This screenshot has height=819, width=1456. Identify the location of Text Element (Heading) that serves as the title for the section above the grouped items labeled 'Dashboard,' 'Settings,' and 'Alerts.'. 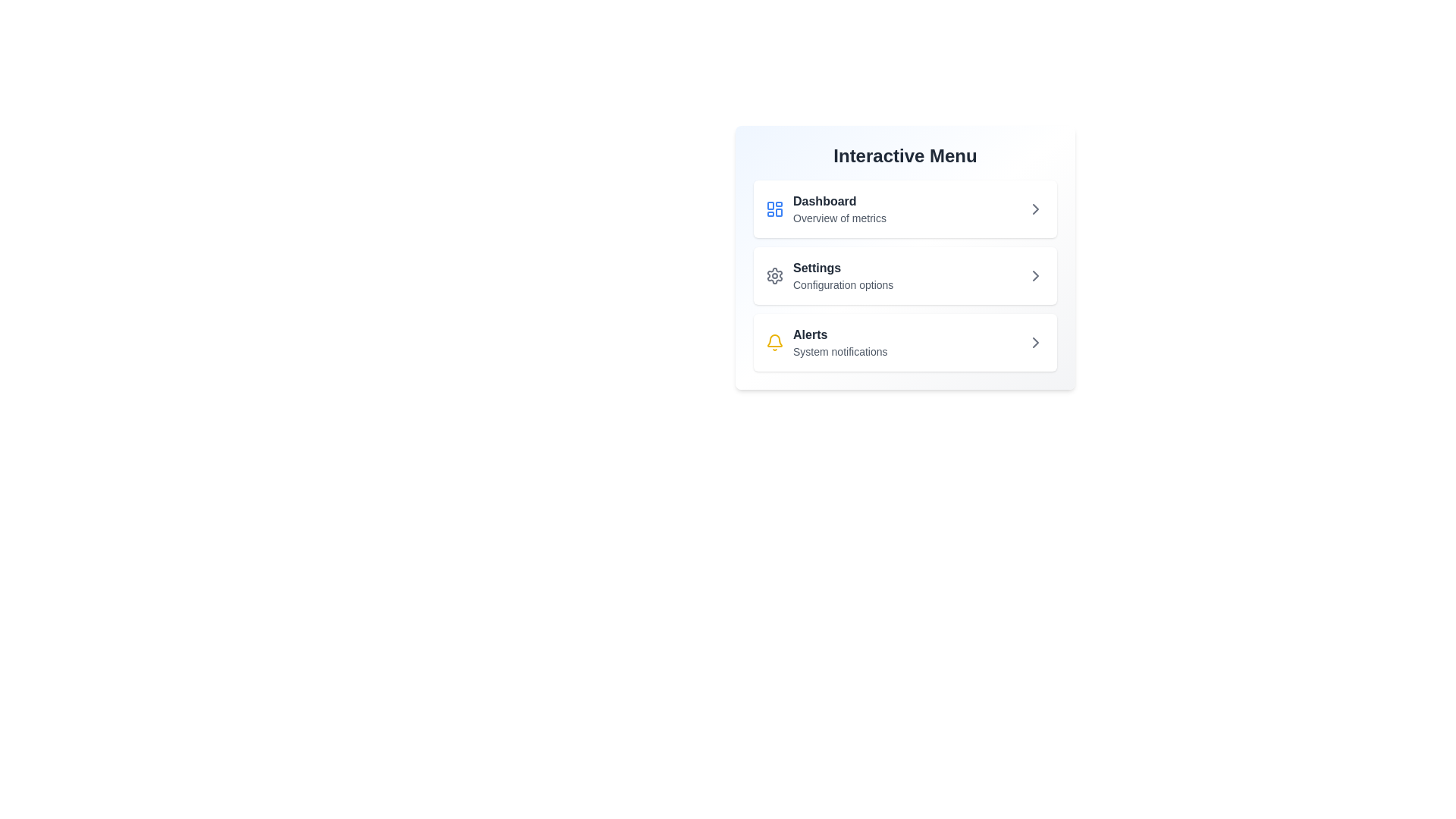
(905, 155).